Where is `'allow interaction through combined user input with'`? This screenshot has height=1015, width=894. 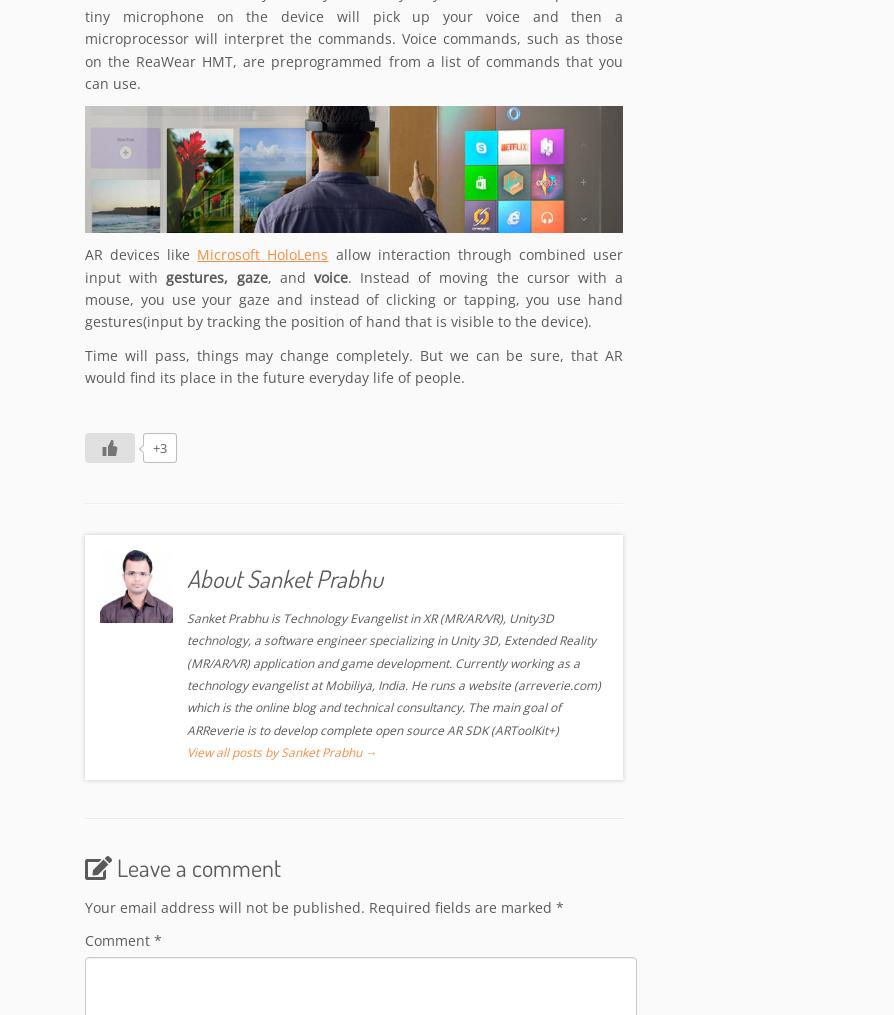 'allow interaction through combined user input with' is located at coordinates (353, 267).